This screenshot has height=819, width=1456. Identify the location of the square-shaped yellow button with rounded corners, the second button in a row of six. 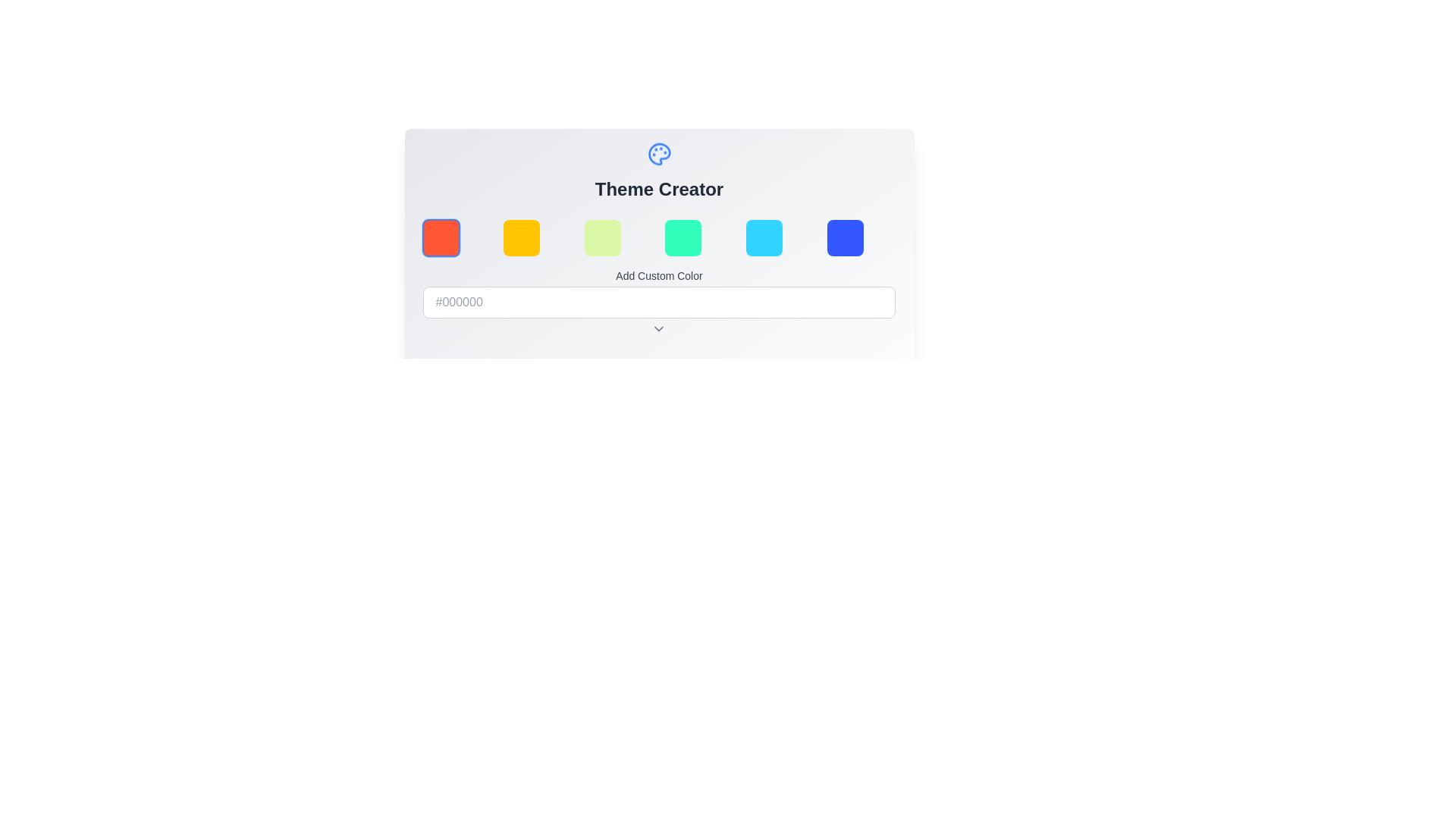
(522, 237).